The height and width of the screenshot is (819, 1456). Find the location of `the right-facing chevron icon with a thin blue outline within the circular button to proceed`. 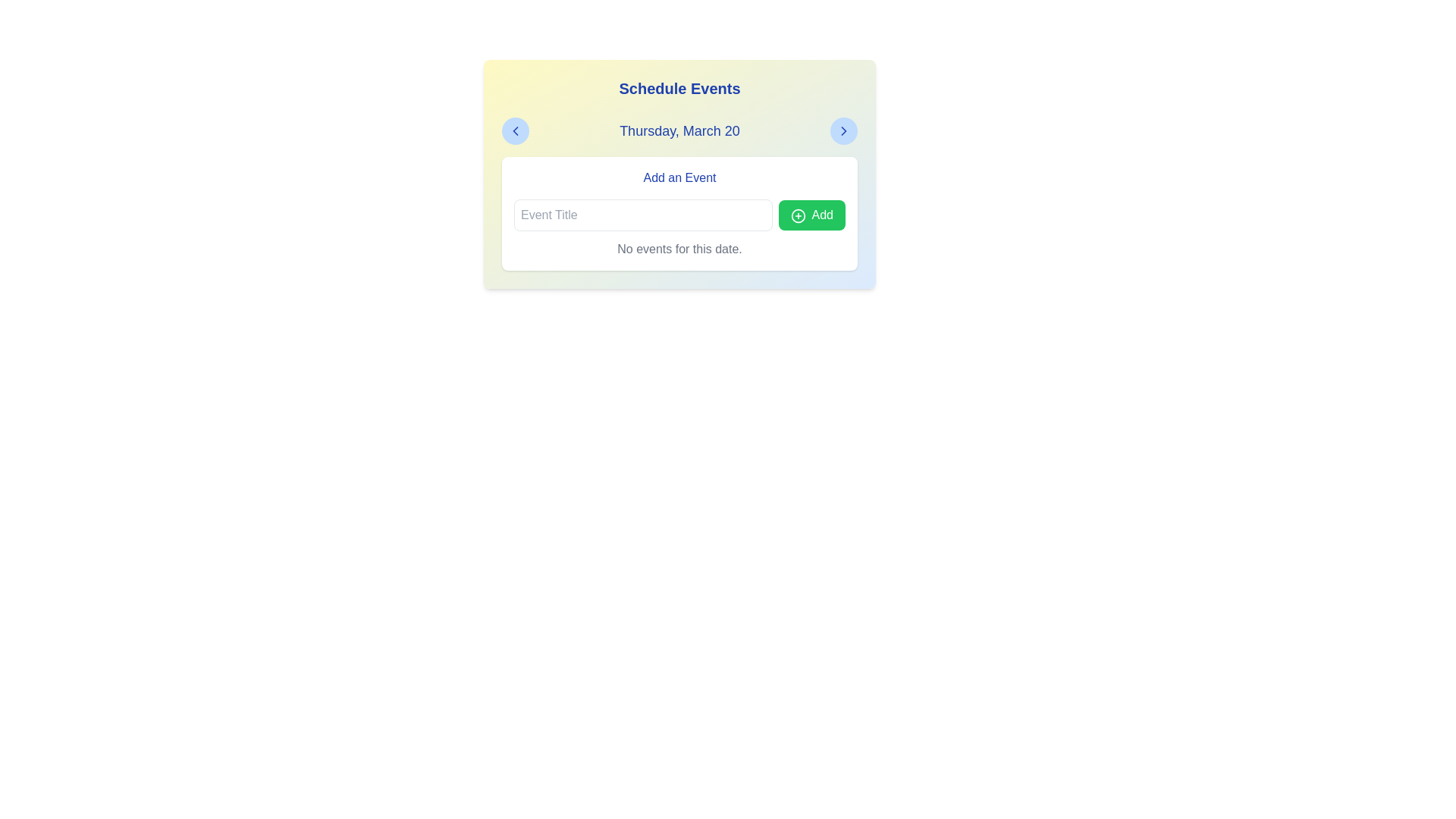

the right-facing chevron icon with a thin blue outline within the circular button to proceed is located at coordinates (843, 130).